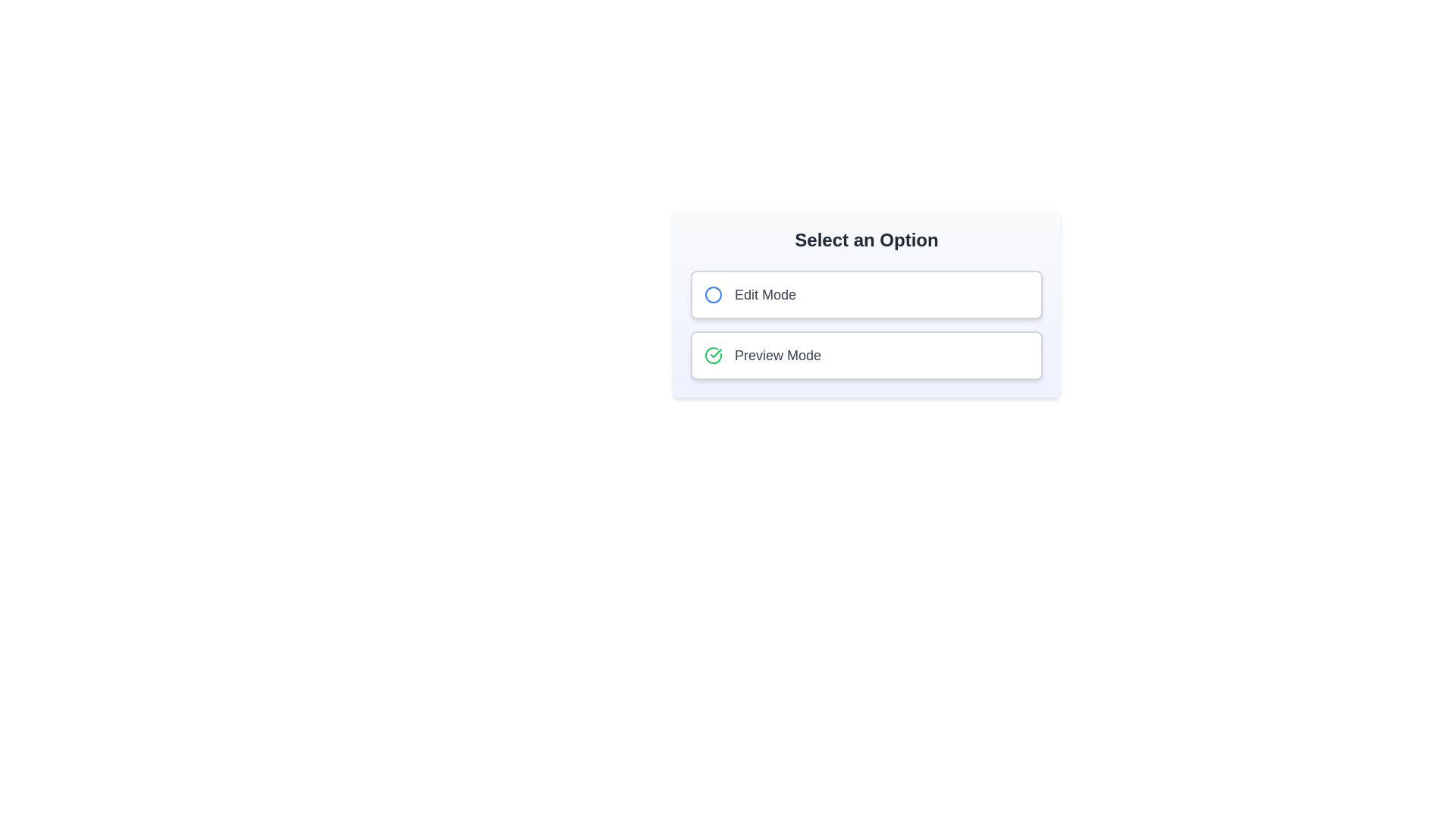 The image size is (1456, 819). Describe the element at coordinates (712, 356) in the screenshot. I see `the checkmark icon in the 'Preview Mode' option group, which indicates the active or default state of this choice` at that location.